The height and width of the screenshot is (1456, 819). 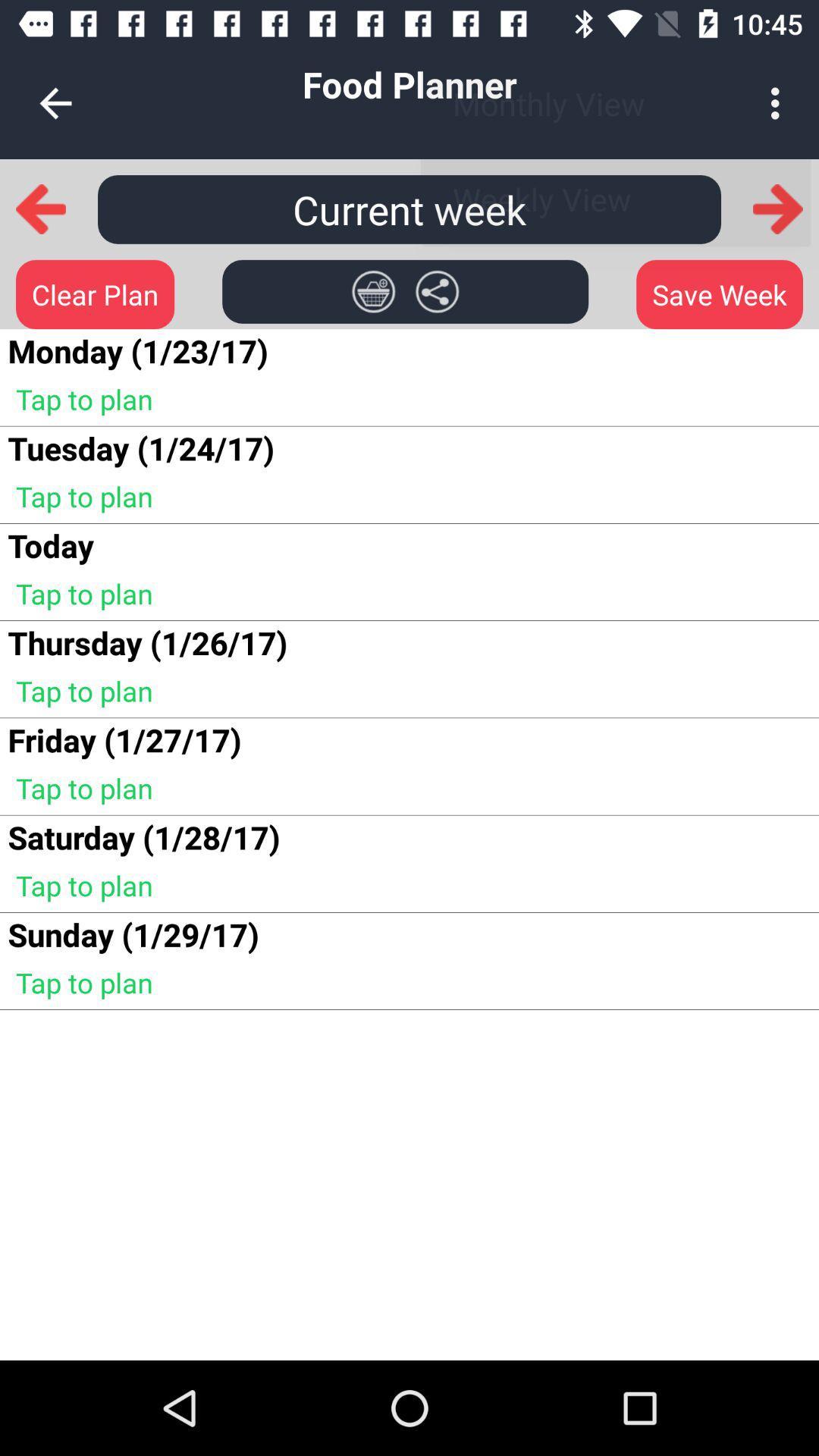 What do you see at coordinates (95, 294) in the screenshot?
I see `clear plan` at bounding box center [95, 294].